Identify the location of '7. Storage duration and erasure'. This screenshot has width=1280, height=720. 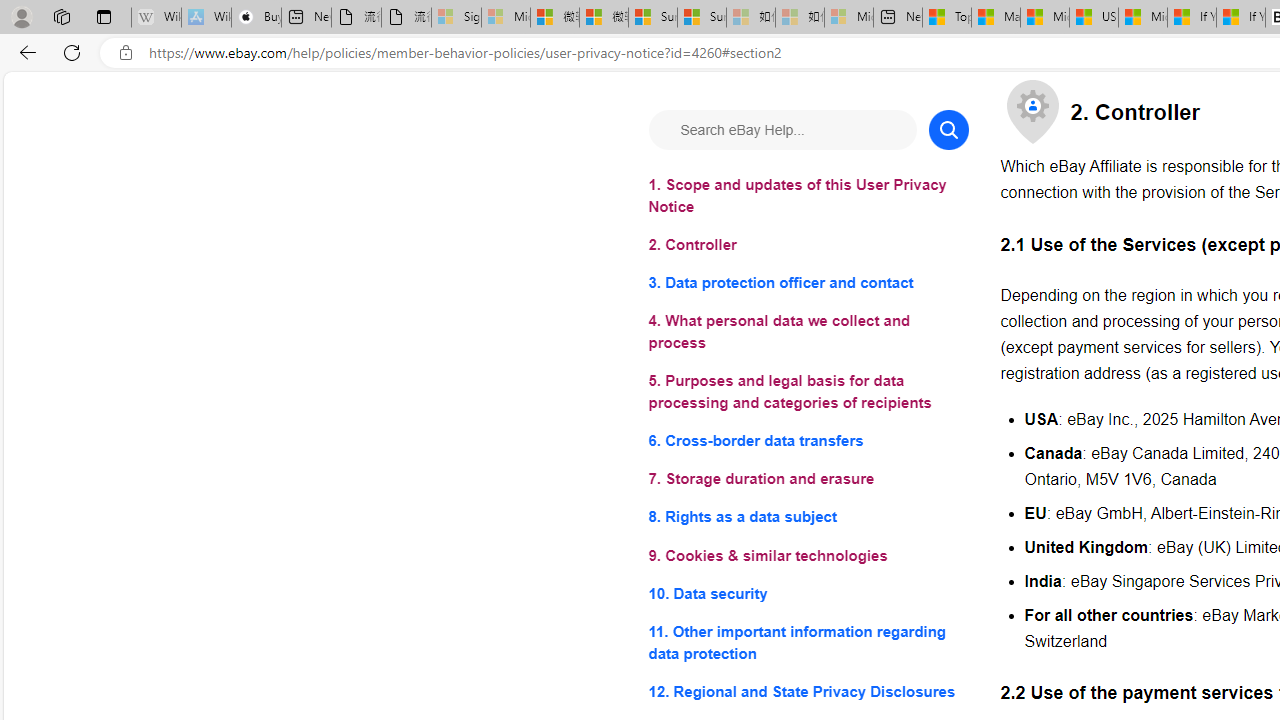
(808, 479).